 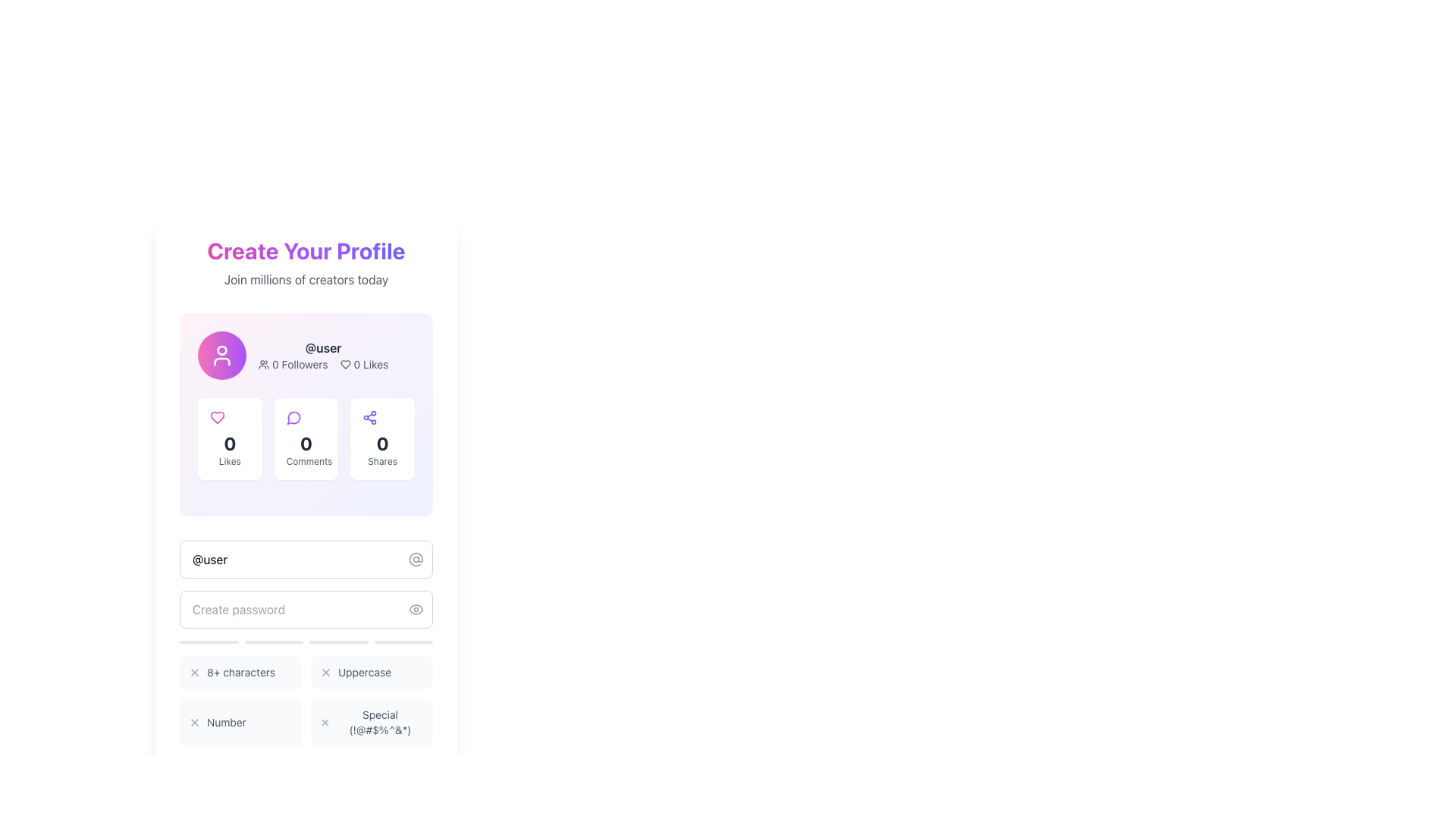 I want to click on description of the password requirement element that specifies the inclusion of a numeric character, which is the third entry in the grid, located in the bottom-left corner, so click(x=240, y=721).